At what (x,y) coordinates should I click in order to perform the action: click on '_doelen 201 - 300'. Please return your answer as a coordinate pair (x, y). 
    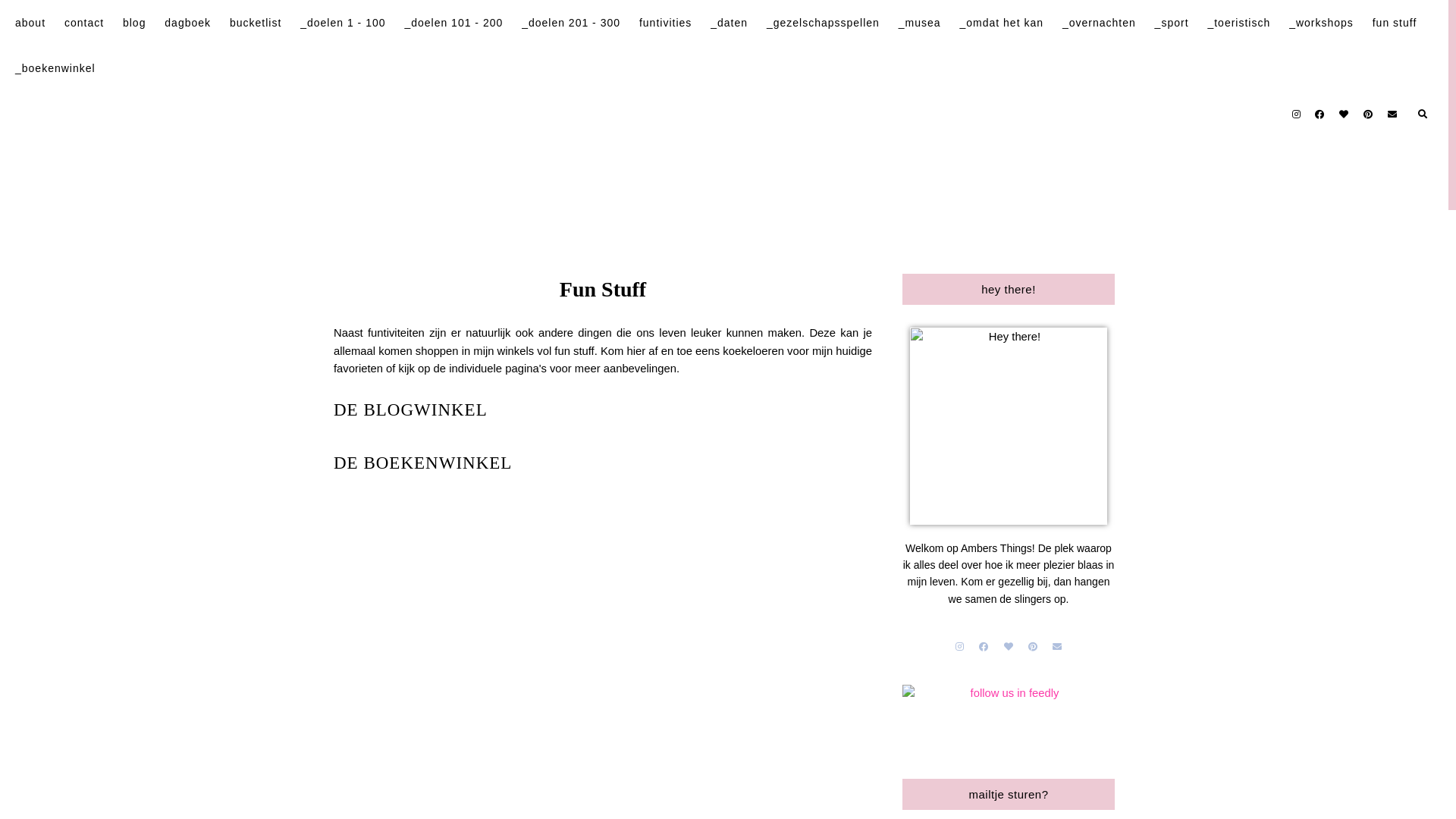
    Looking at the image, I should click on (570, 23).